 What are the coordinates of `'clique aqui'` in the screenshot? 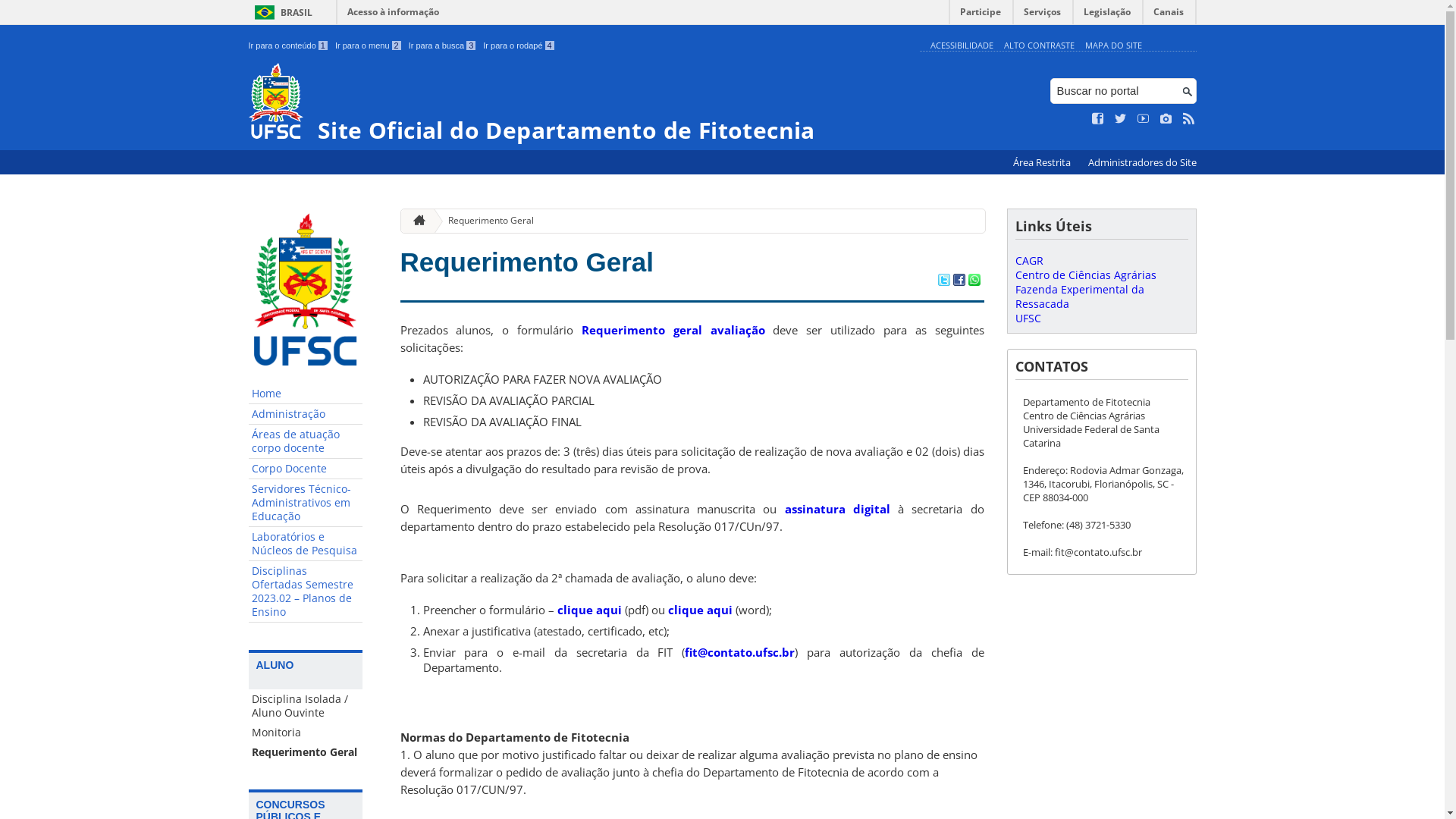 It's located at (698, 608).